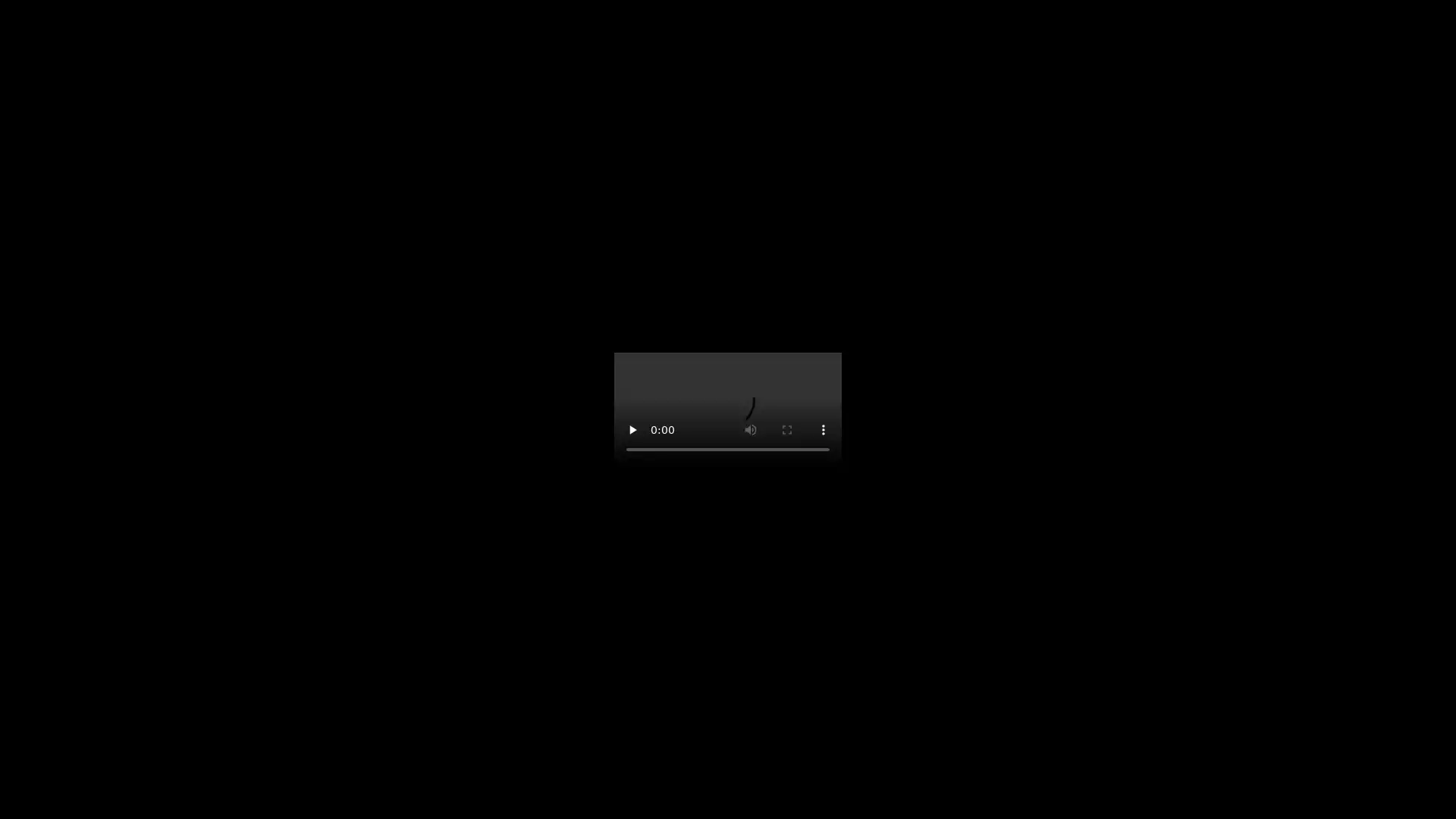 The height and width of the screenshot is (819, 1456). What do you see at coordinates (821, 444) in the screenshot?
I see `show more media controls` at bounding box center [821, 444].